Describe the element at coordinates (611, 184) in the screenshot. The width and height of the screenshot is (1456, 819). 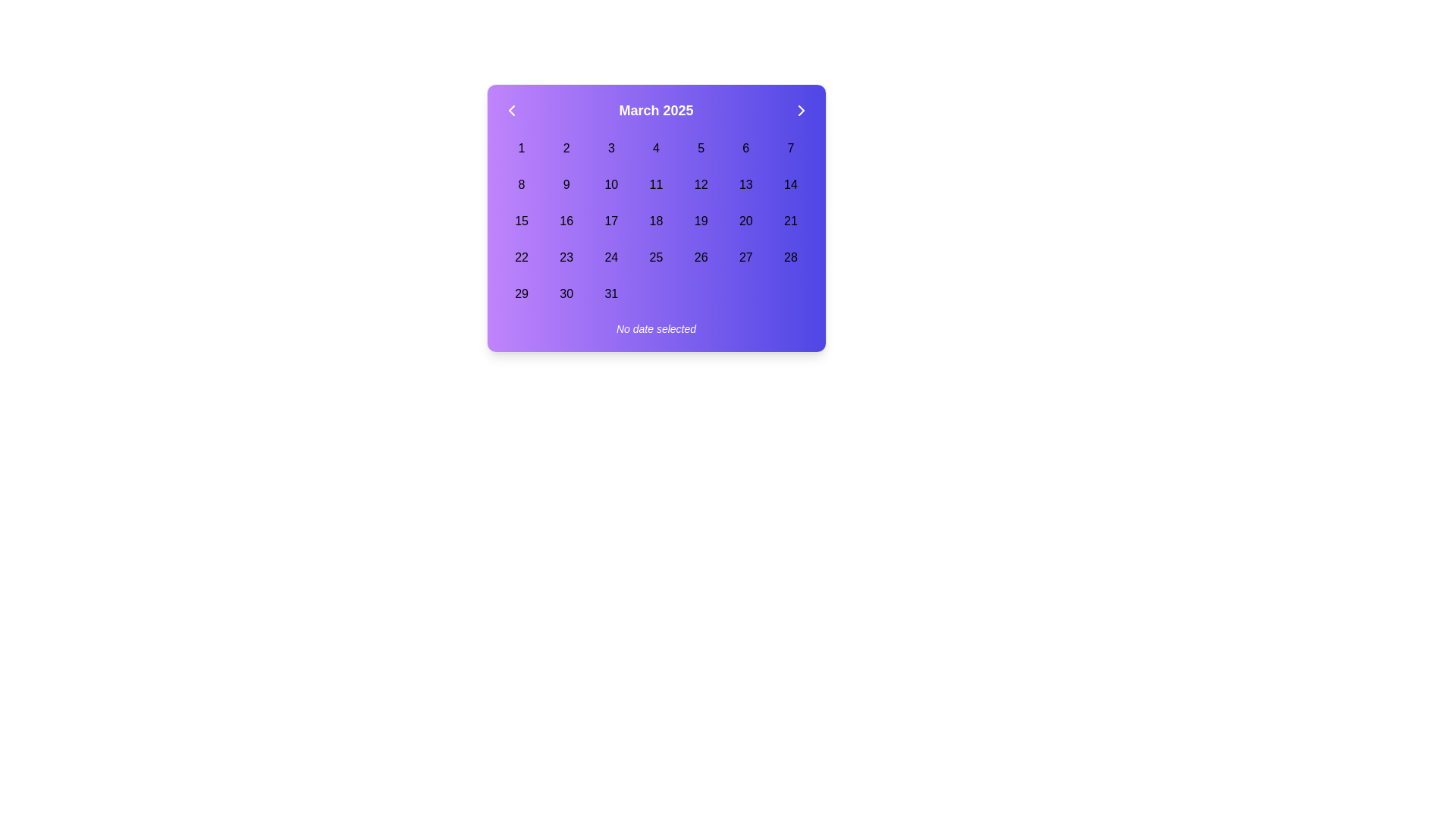
I see `the button representing the date '10' in the calendar component` at that location.